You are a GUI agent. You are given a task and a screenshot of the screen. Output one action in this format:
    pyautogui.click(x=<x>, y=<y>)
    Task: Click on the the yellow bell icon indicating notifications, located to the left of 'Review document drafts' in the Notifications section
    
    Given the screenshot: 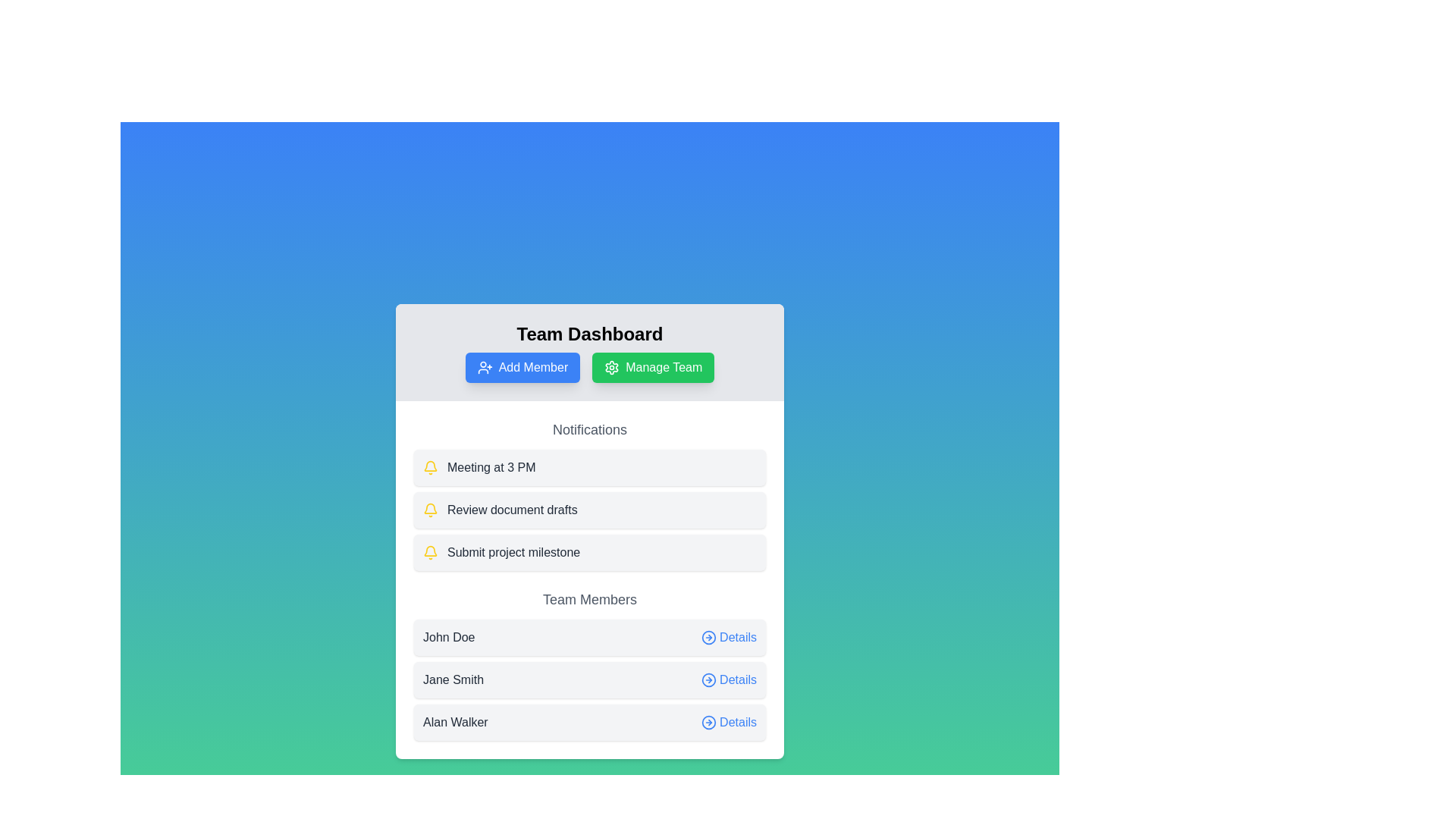 What is the action you would take?
    pyautogui.click(x=429, y=510)
    